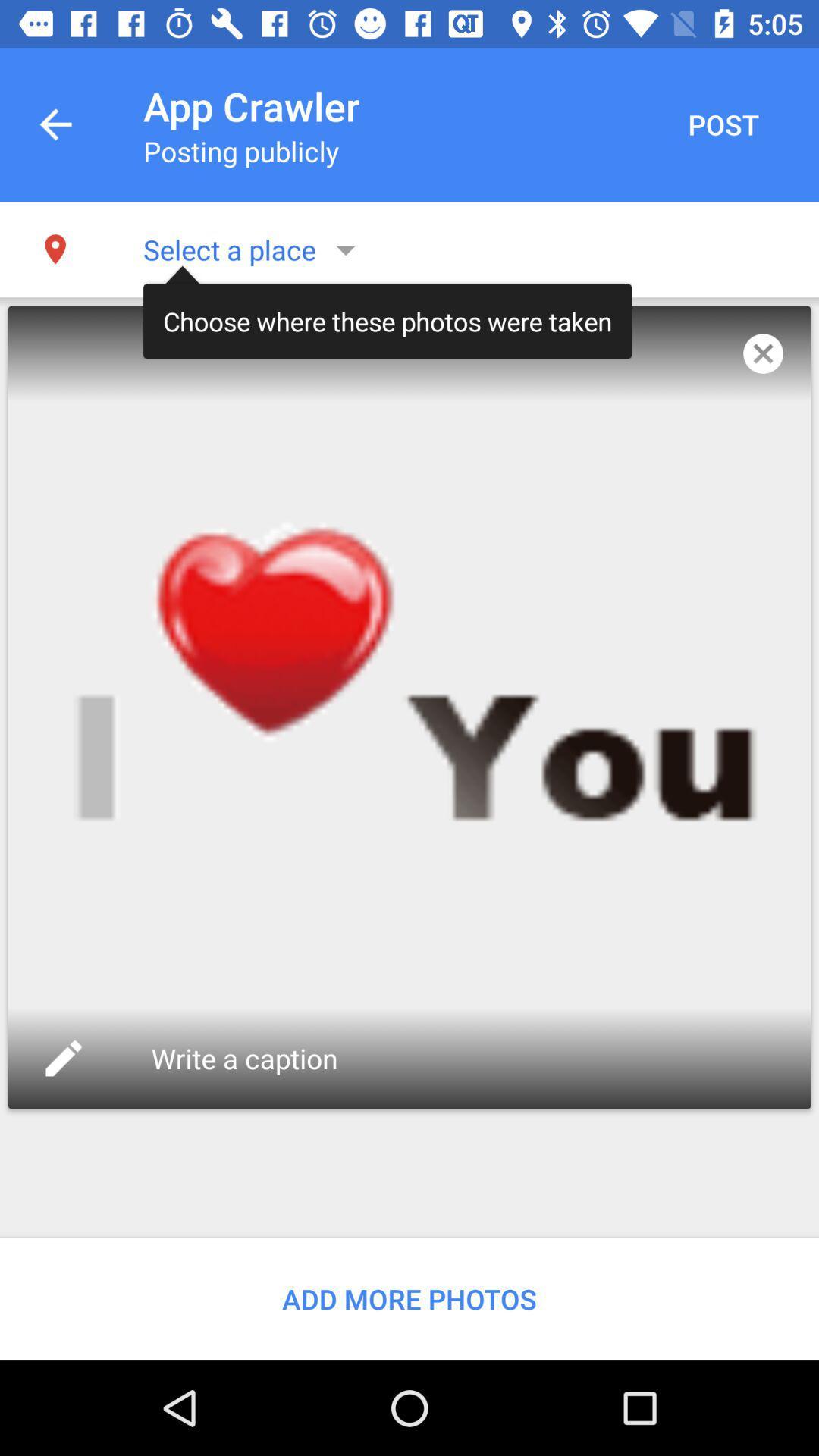 Image resolution: width=819 pixels, height=1456 pixels. I want to click on the item to the left of the app crawler app, so click(55, 124).